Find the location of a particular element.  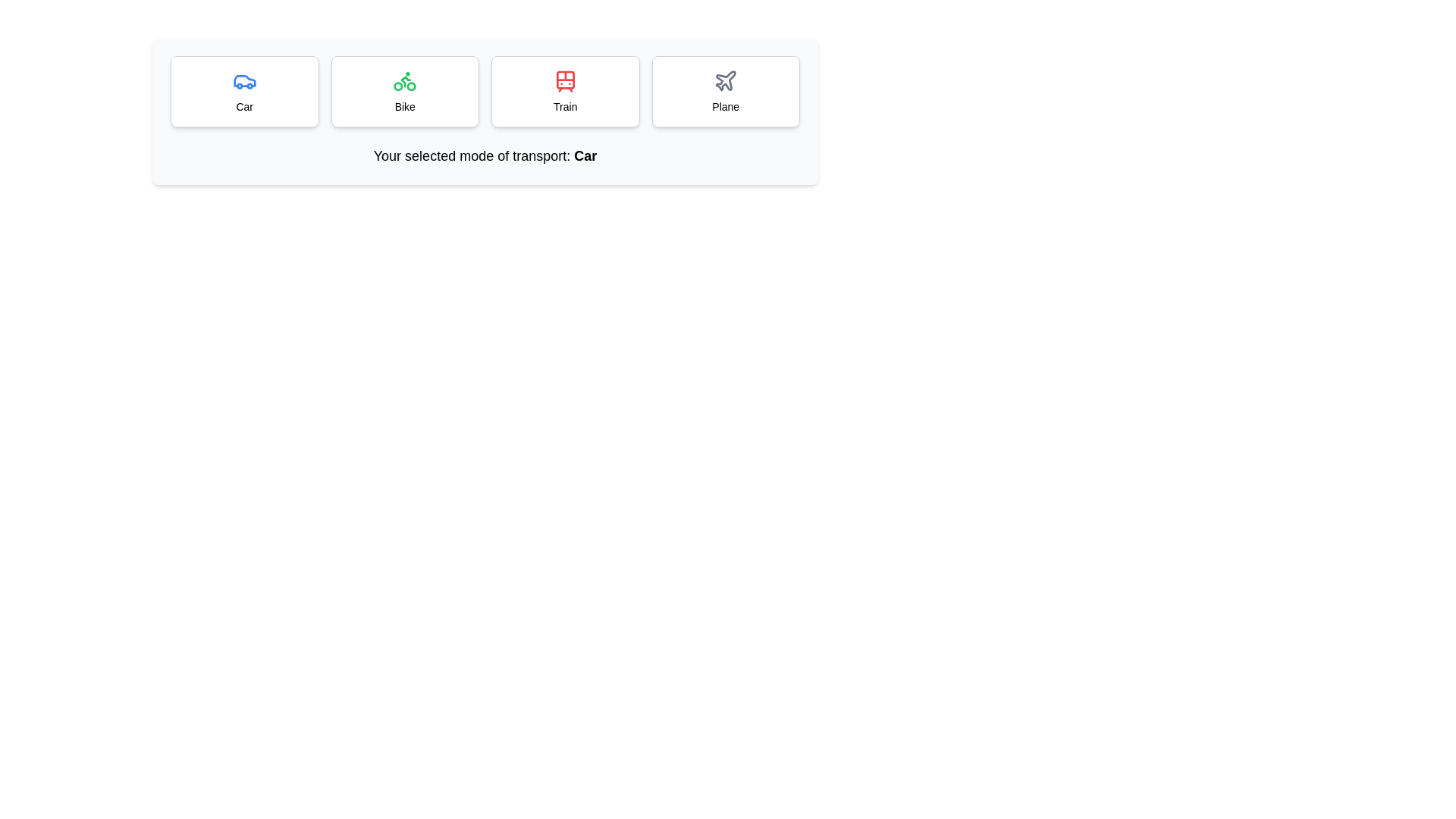

the car icon representing the 'Car' choice in the transport mode selection mechanism is located at coordinates (244, 81).